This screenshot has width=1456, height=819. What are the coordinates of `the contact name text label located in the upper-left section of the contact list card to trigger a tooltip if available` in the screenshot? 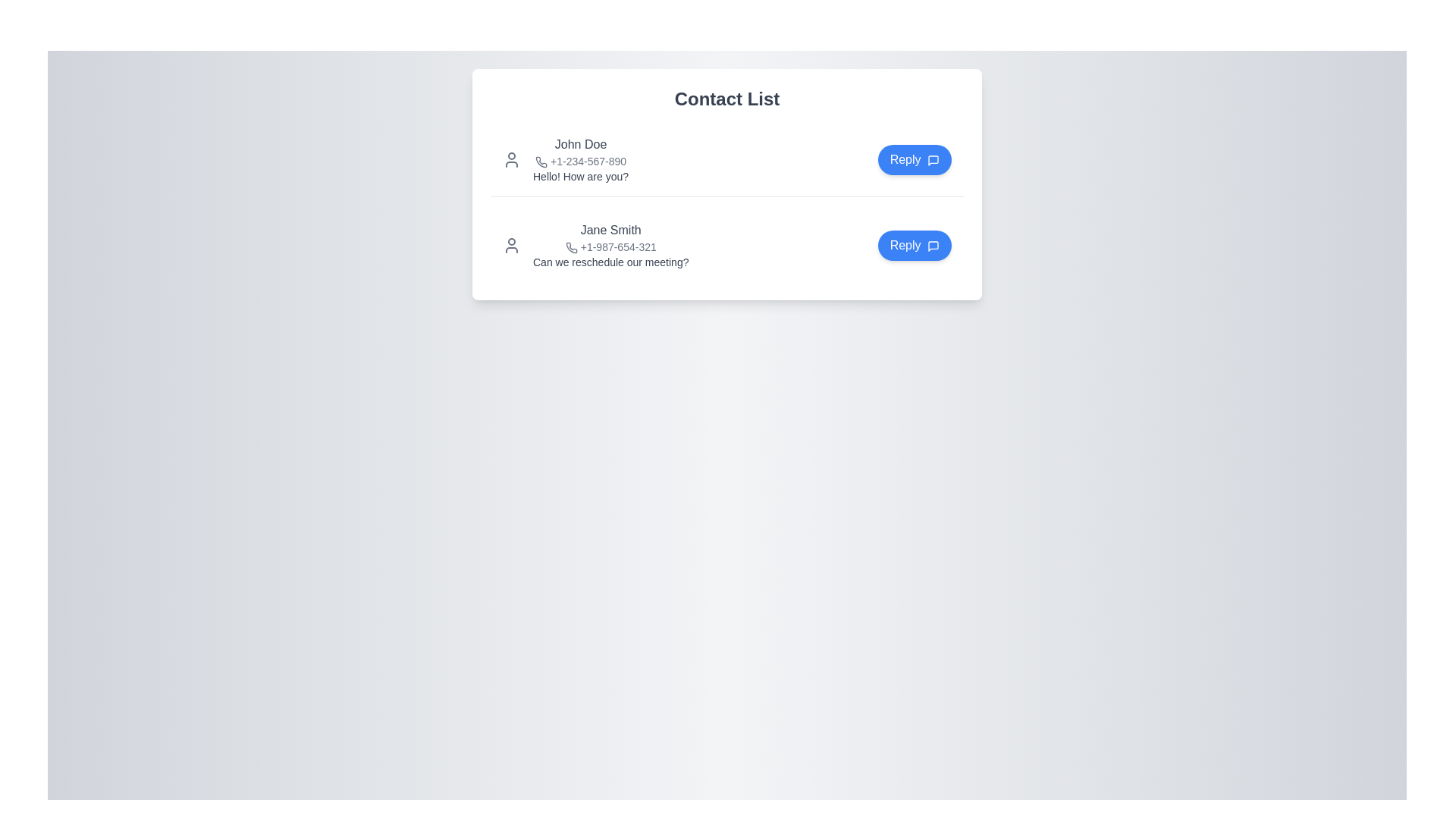 It's located at (580, 145).